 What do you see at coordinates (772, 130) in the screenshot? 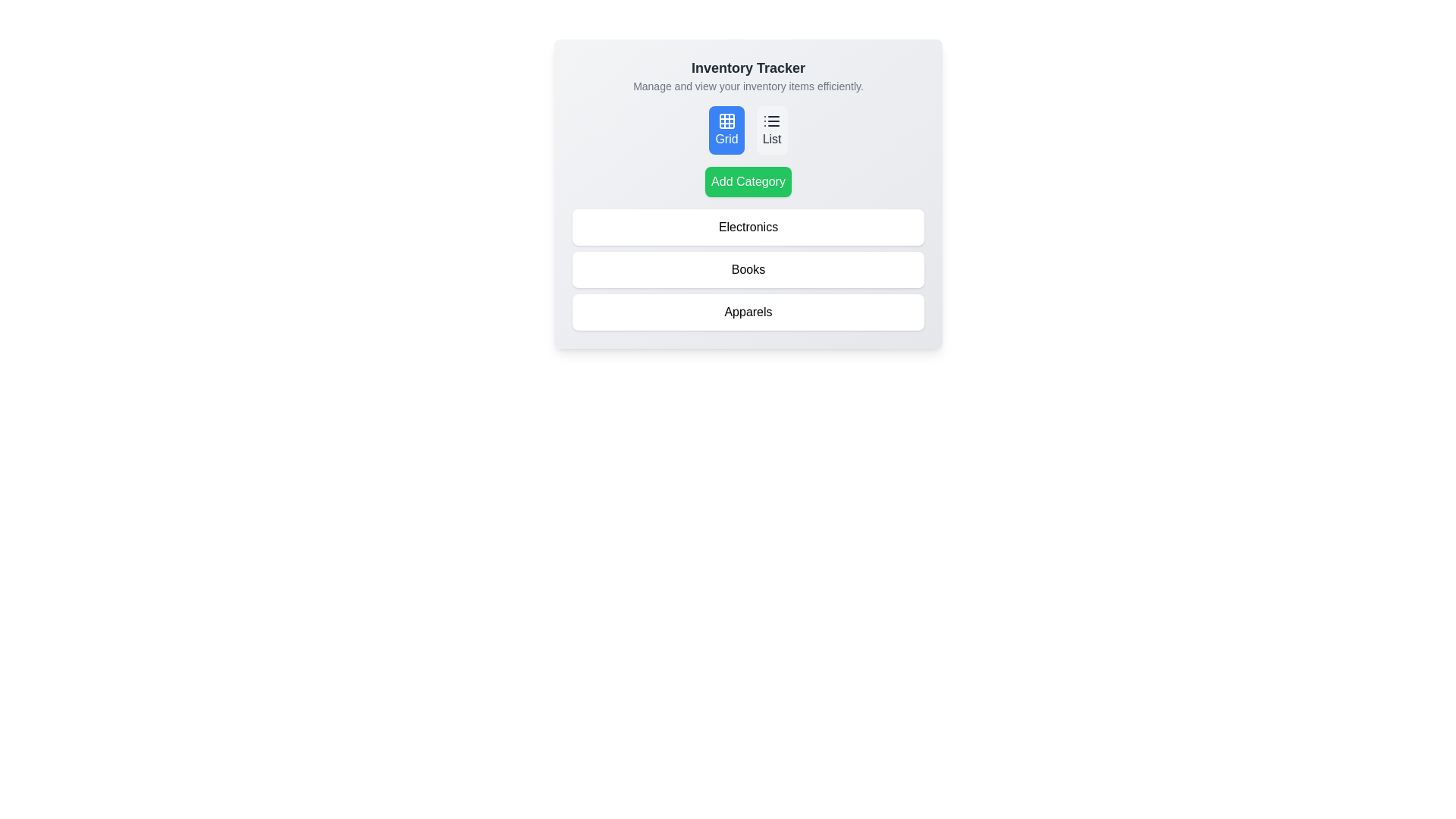
I see `the 'List' button` at bounding box center [772, 130].